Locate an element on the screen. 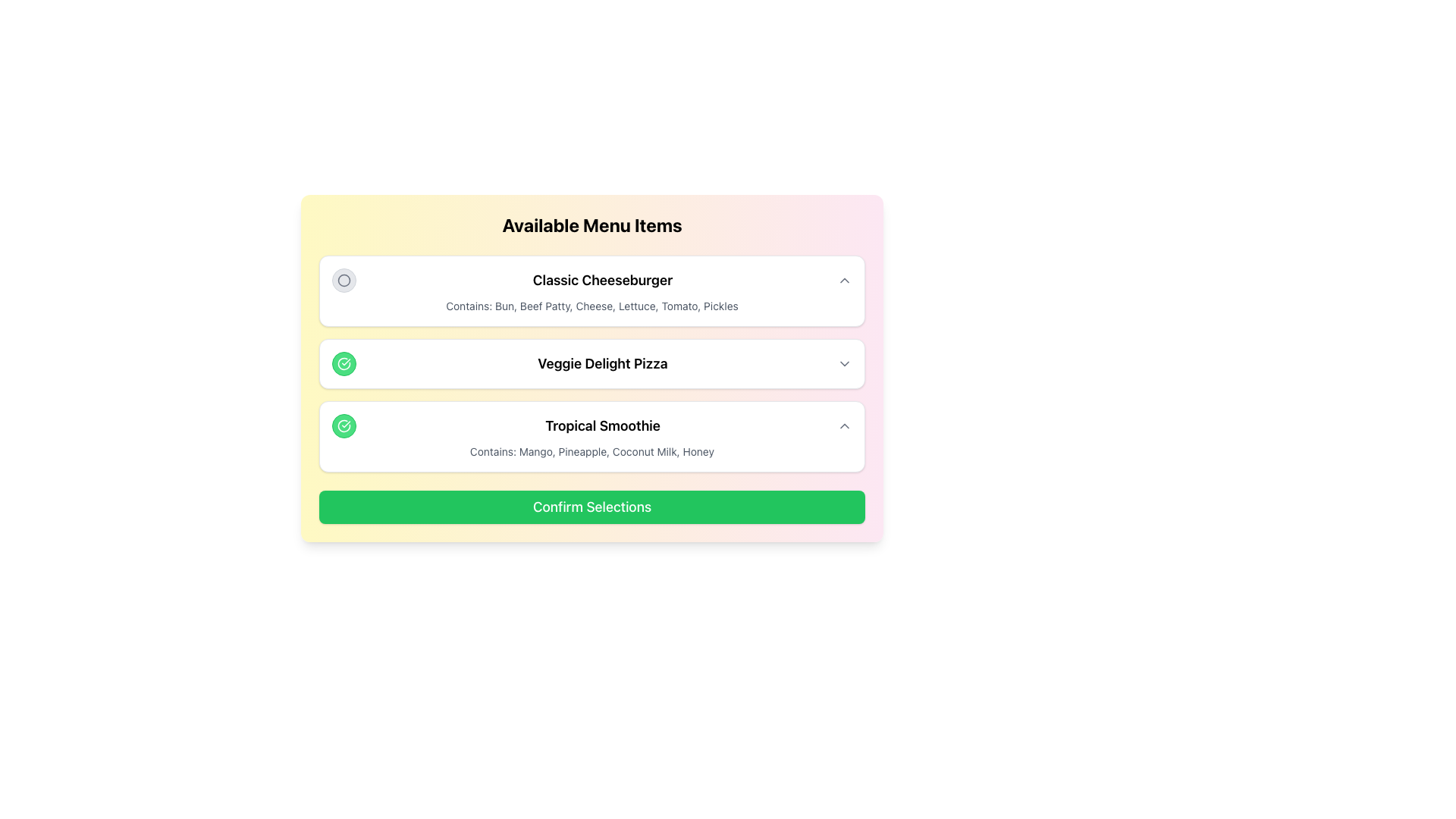  text displayed in the 'Classic Cheeseburger' label, which is prominently featured in bold, large font within the first menu item of 'Available Menu Items' is located at coordinates (602, 281).